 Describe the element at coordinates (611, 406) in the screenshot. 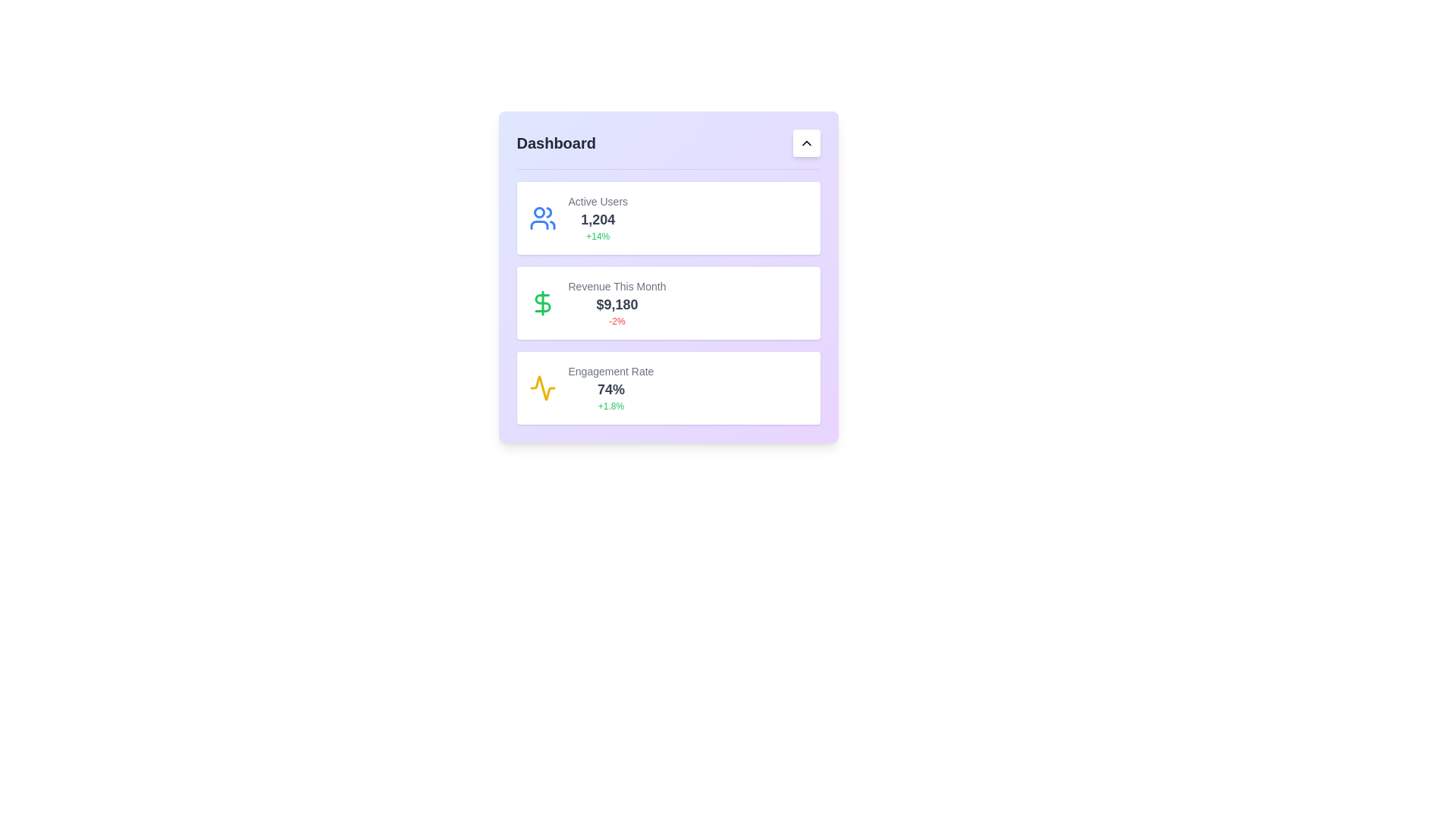

I see `the static text label that displays a change indicator for the engagement rate, located at the bottom right corner of the 'Engagement Rate' card, underneath the percentage value '74%` at that location.